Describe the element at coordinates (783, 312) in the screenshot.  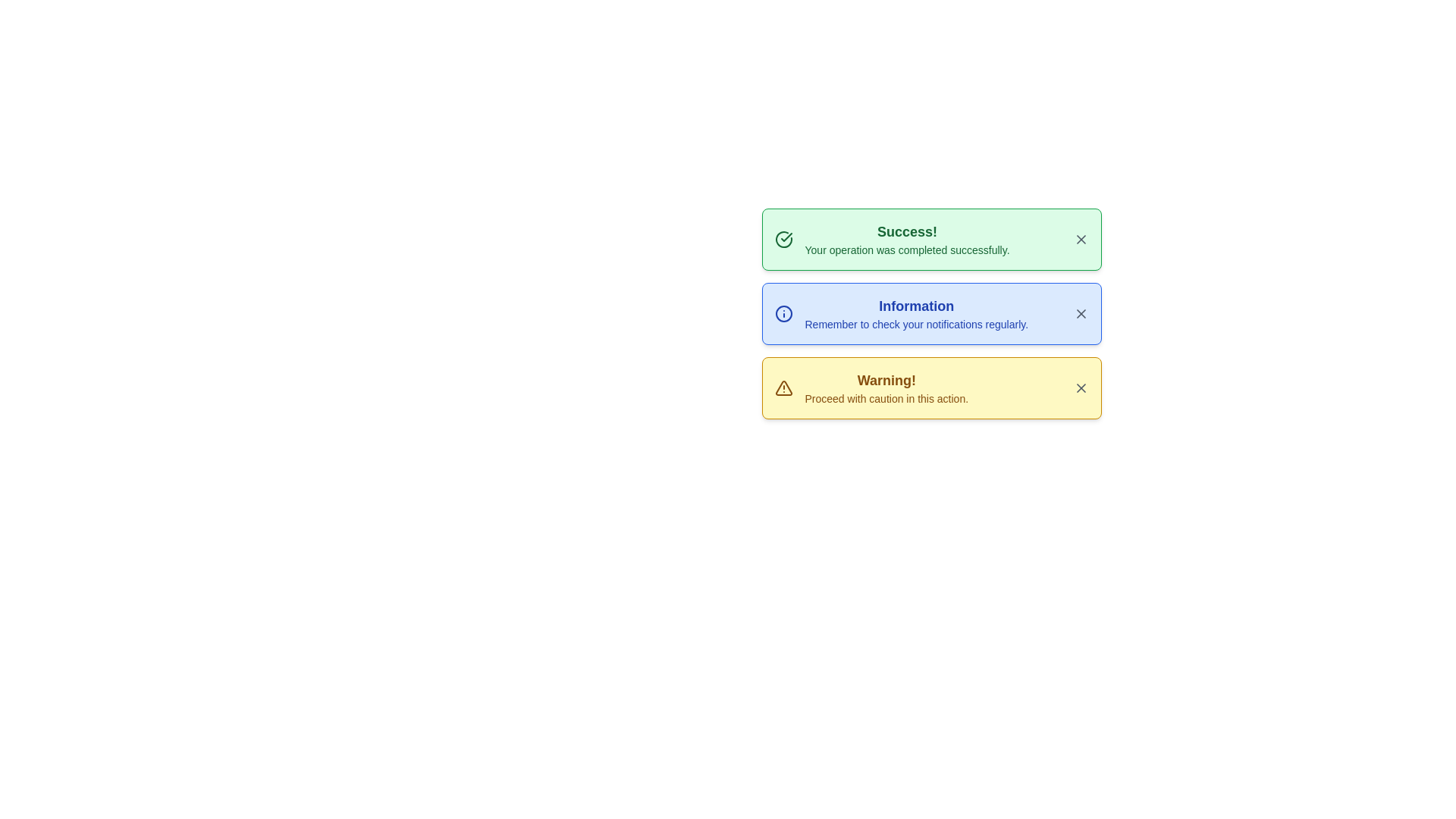
I see `the circular icon within the blue rectangular card labeled 'Information'` at that location.